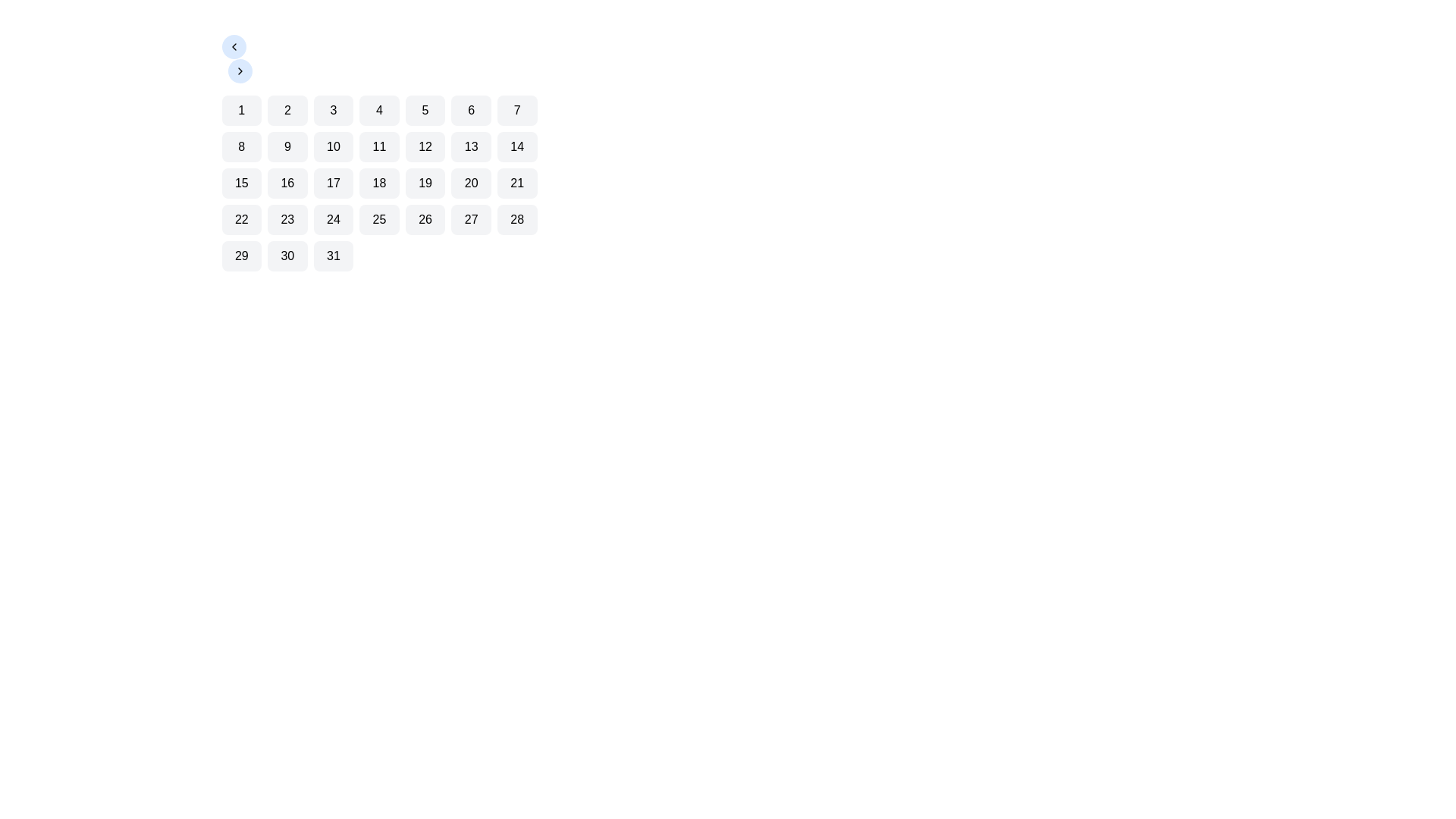 The image size is (1456, 819). Describe the element at coordinates (425, 110) in the screenshot. I see `the button displaying the number '5' located in the first row and fifth column of a grid` at that location.